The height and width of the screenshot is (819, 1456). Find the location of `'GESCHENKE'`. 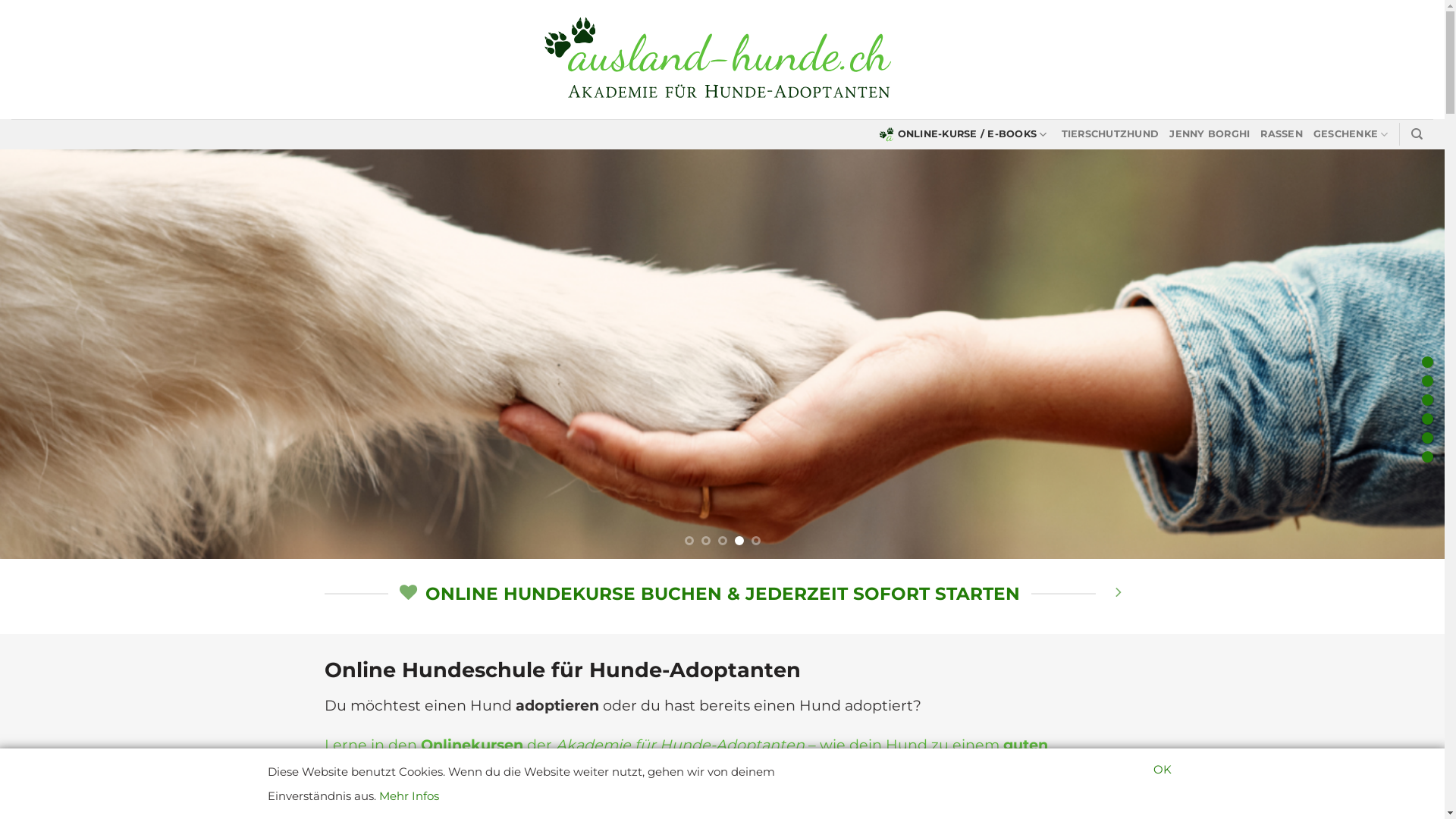

'GESCHENKE' is located at coordinates (1313, 133).